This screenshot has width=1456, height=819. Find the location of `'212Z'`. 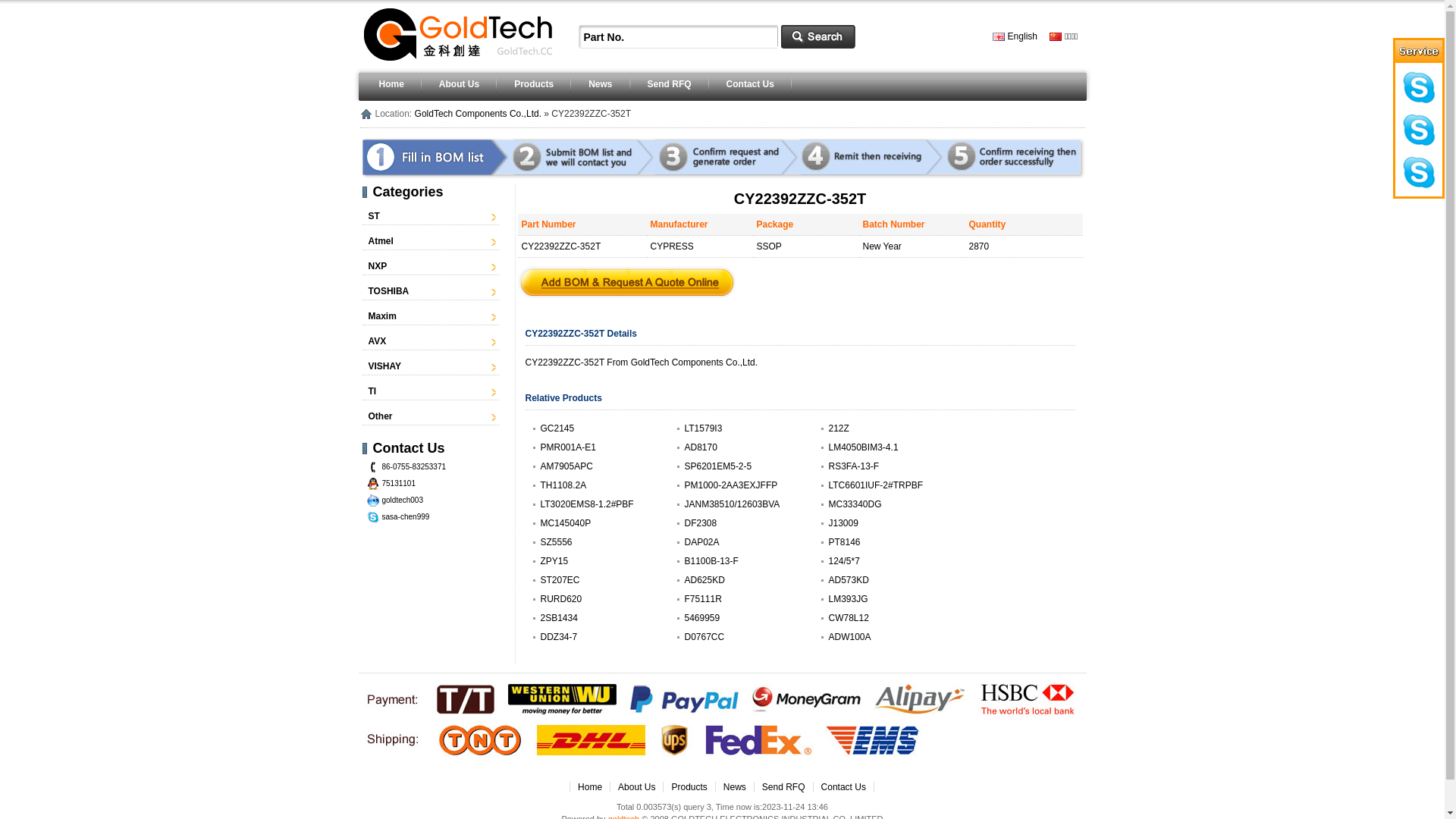

'212Z' is located at coordinates (837, 428).